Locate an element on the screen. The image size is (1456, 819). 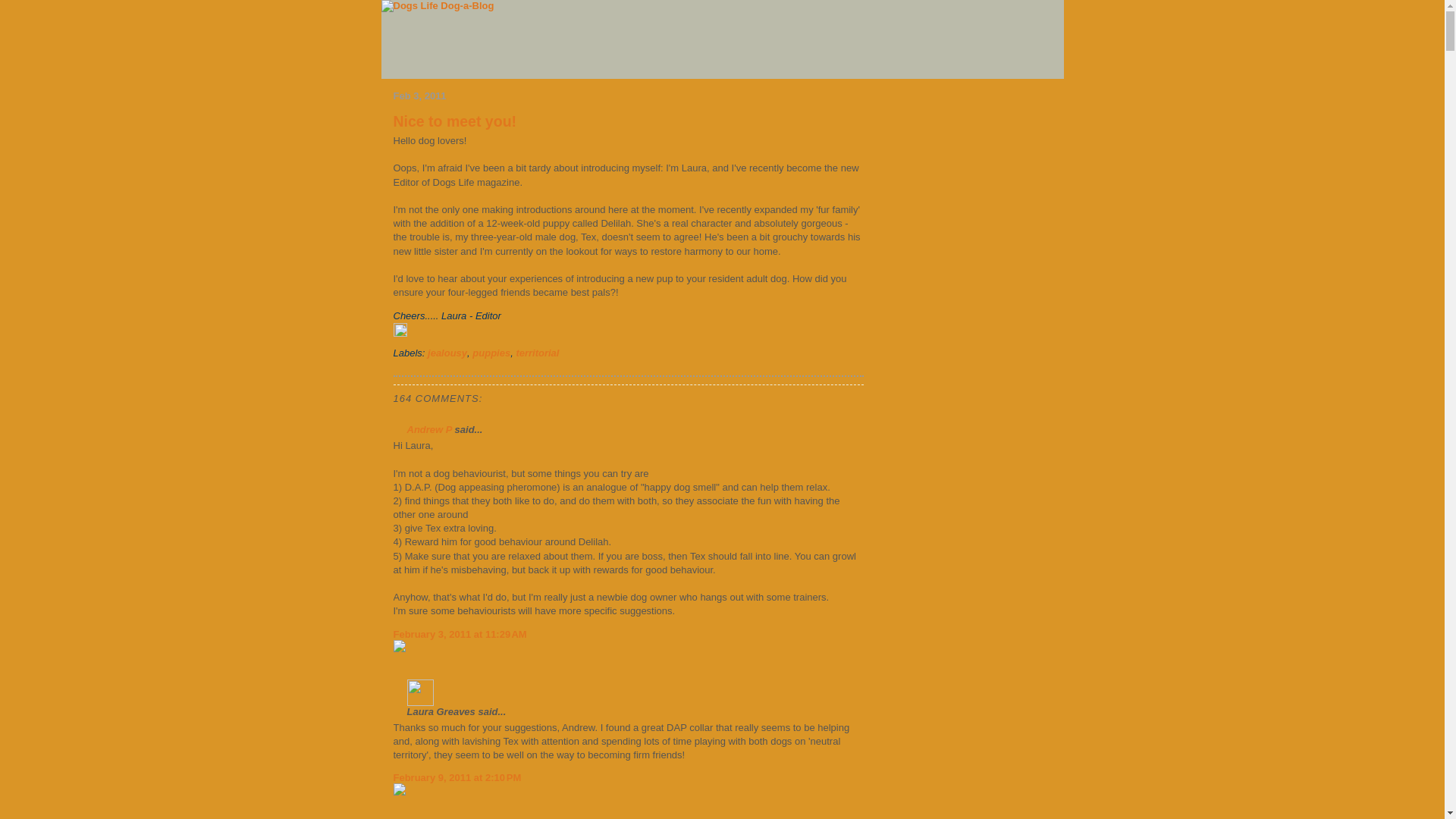
'Laura Greaves' is located at coordinates (419, 692).